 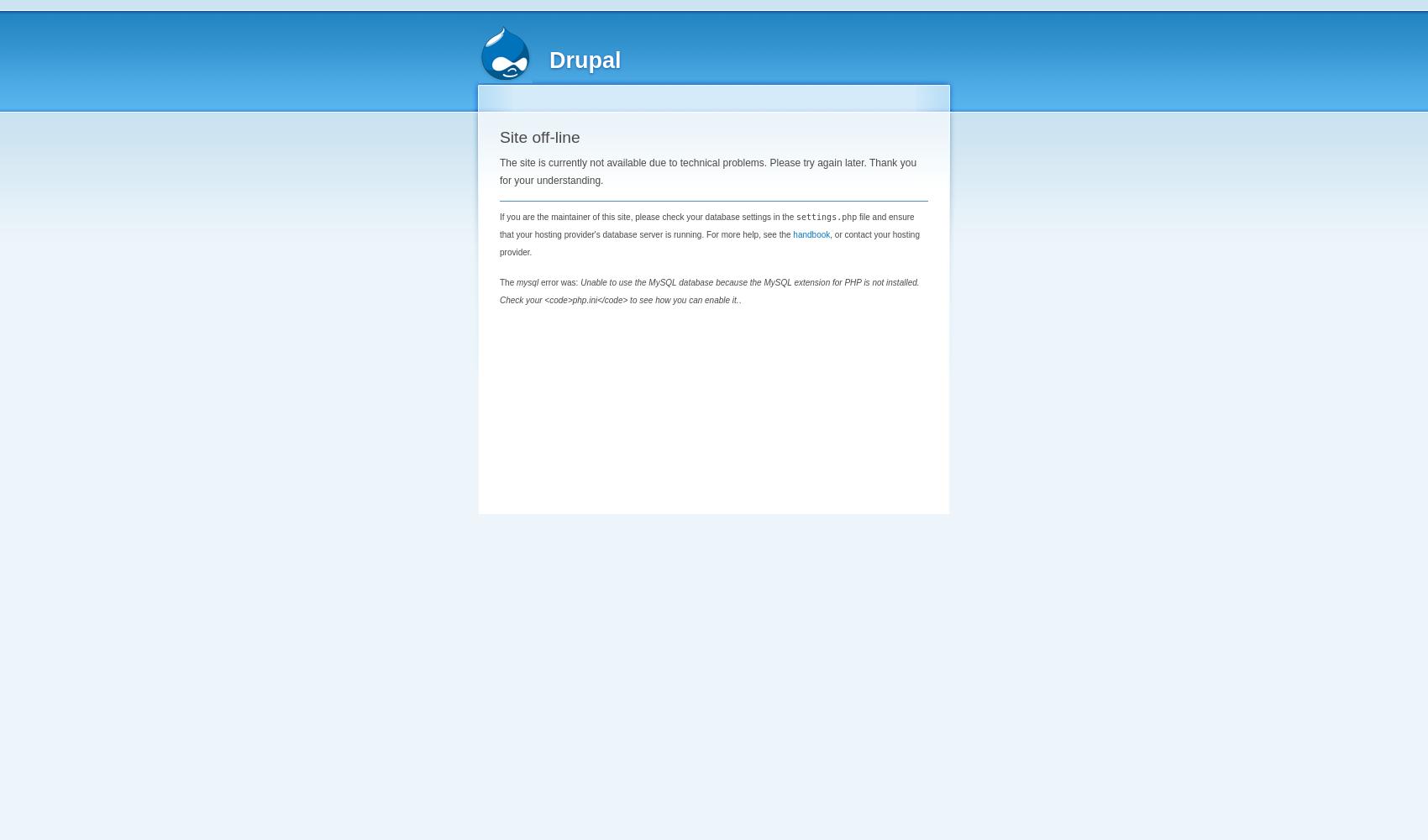 What do you see at coordinates (810, 234) in the screenshot?
I see `'handbook'` at bounding box center [810, 234].